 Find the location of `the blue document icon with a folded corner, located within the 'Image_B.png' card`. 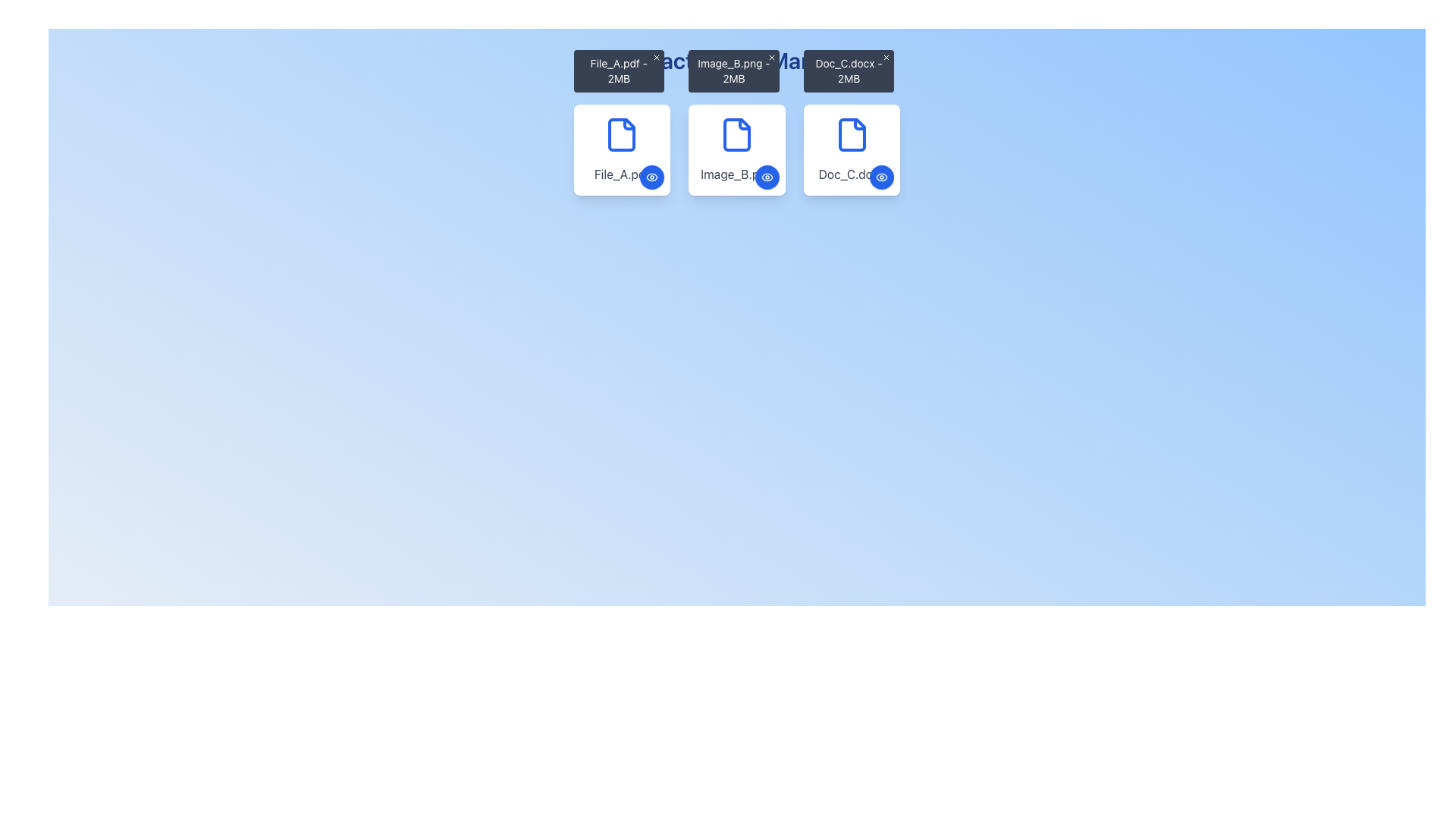

the blue document icon with a folded corner, located within the 'Image_B.png' card is located at coordinates (736, 133).